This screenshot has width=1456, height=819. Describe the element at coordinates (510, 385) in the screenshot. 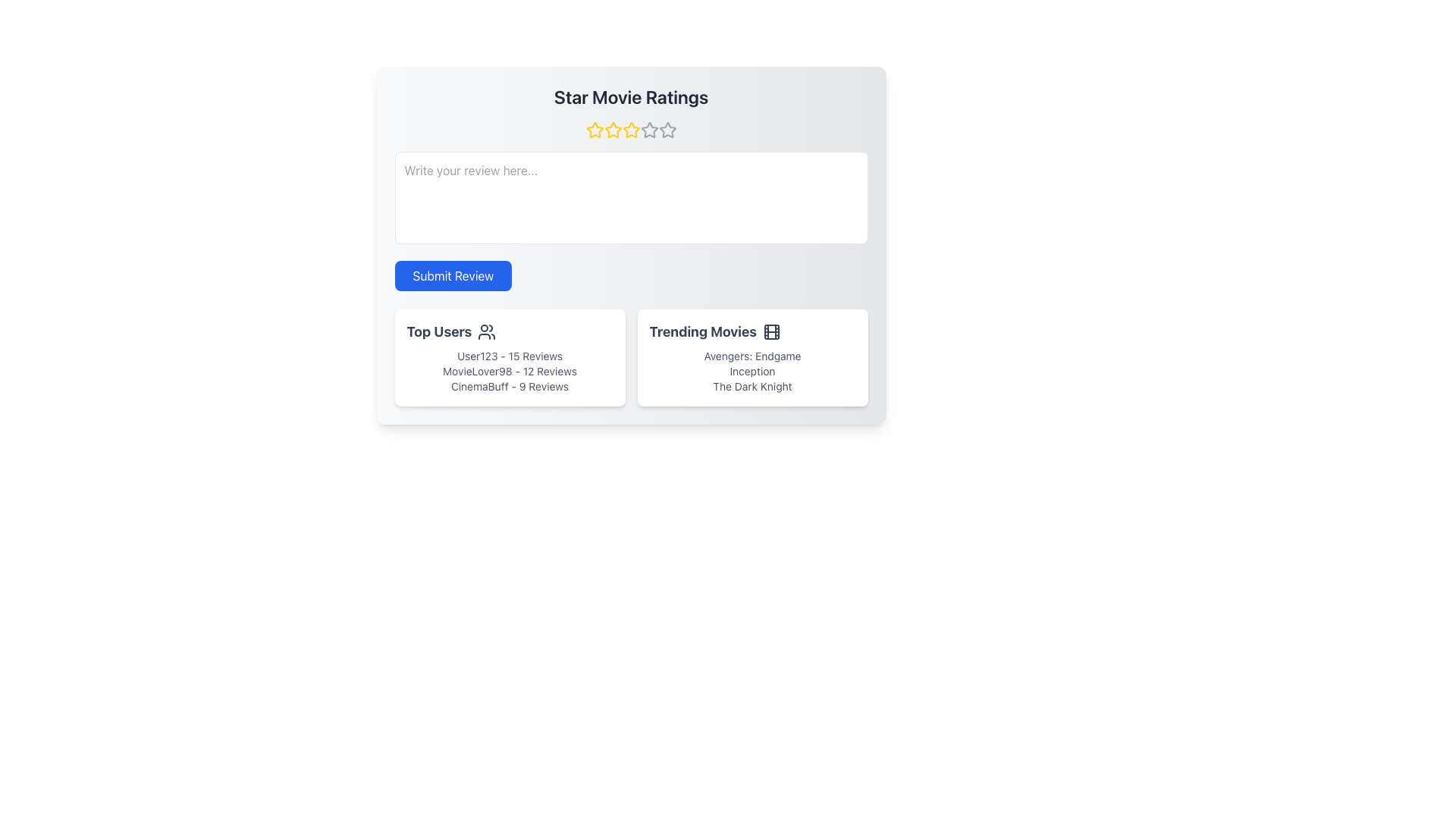

I see `the third Text Label in the 'Top Users' section, which displays a user's name and review count, to gain more information` at that location.